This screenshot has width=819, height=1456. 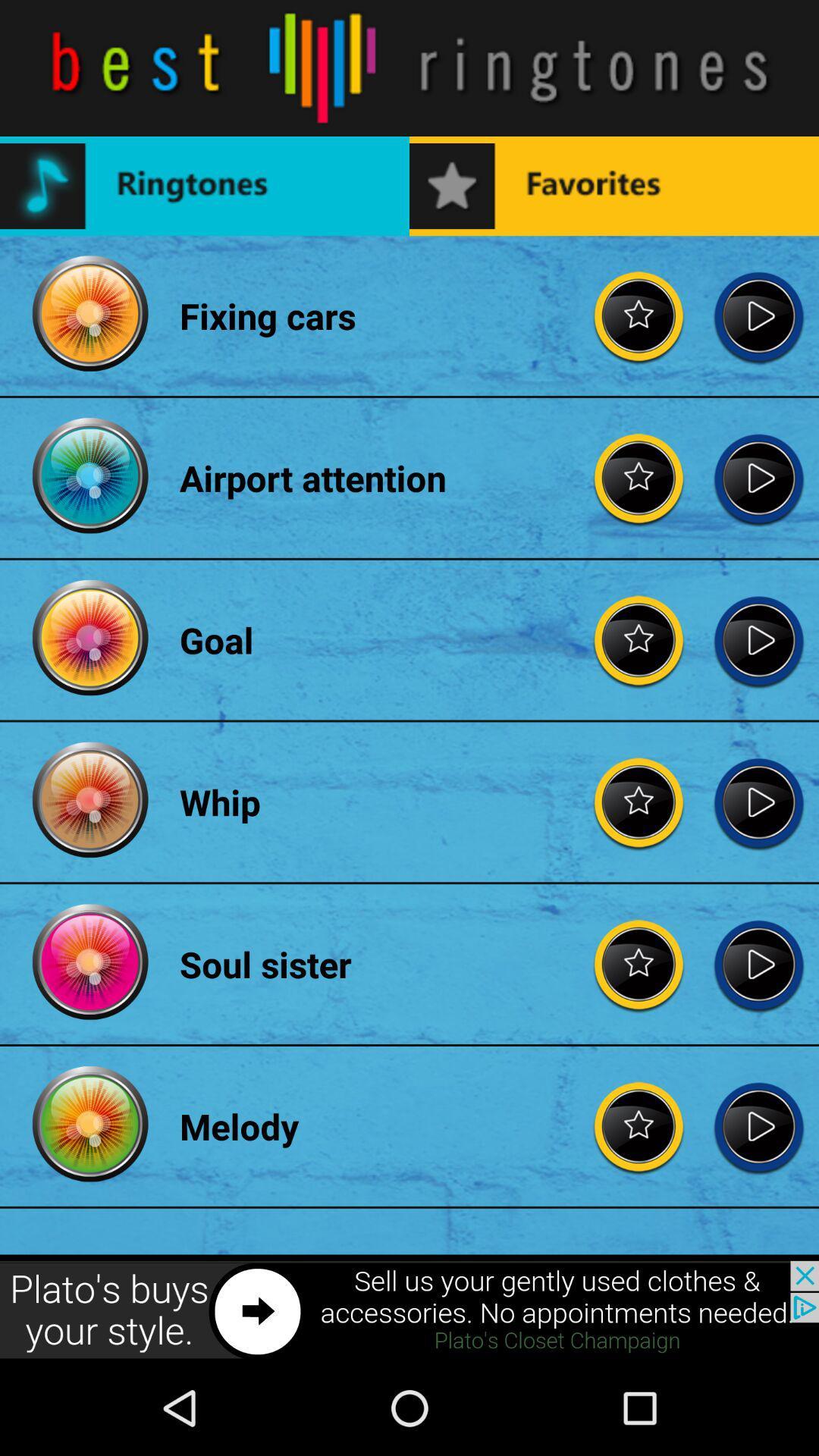 What do you see at coordinates (639, 477) in the screenshot?
I see `favorite` at bounding box center [639, 477].